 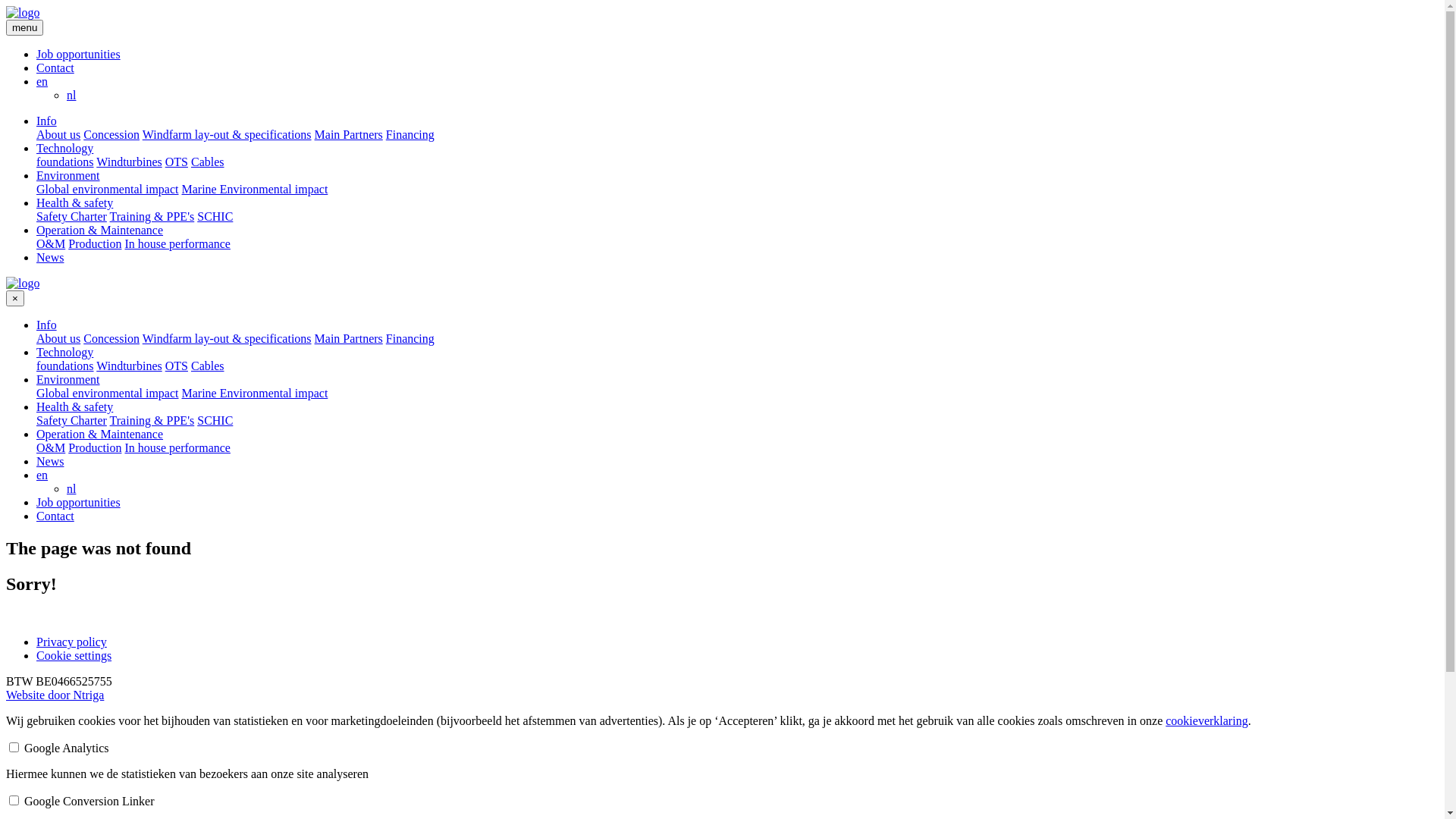 What do you see at coordinates (152, 216) in the screenshot?
I see `'Training & PPE's'` at bounding box center [152, 216].